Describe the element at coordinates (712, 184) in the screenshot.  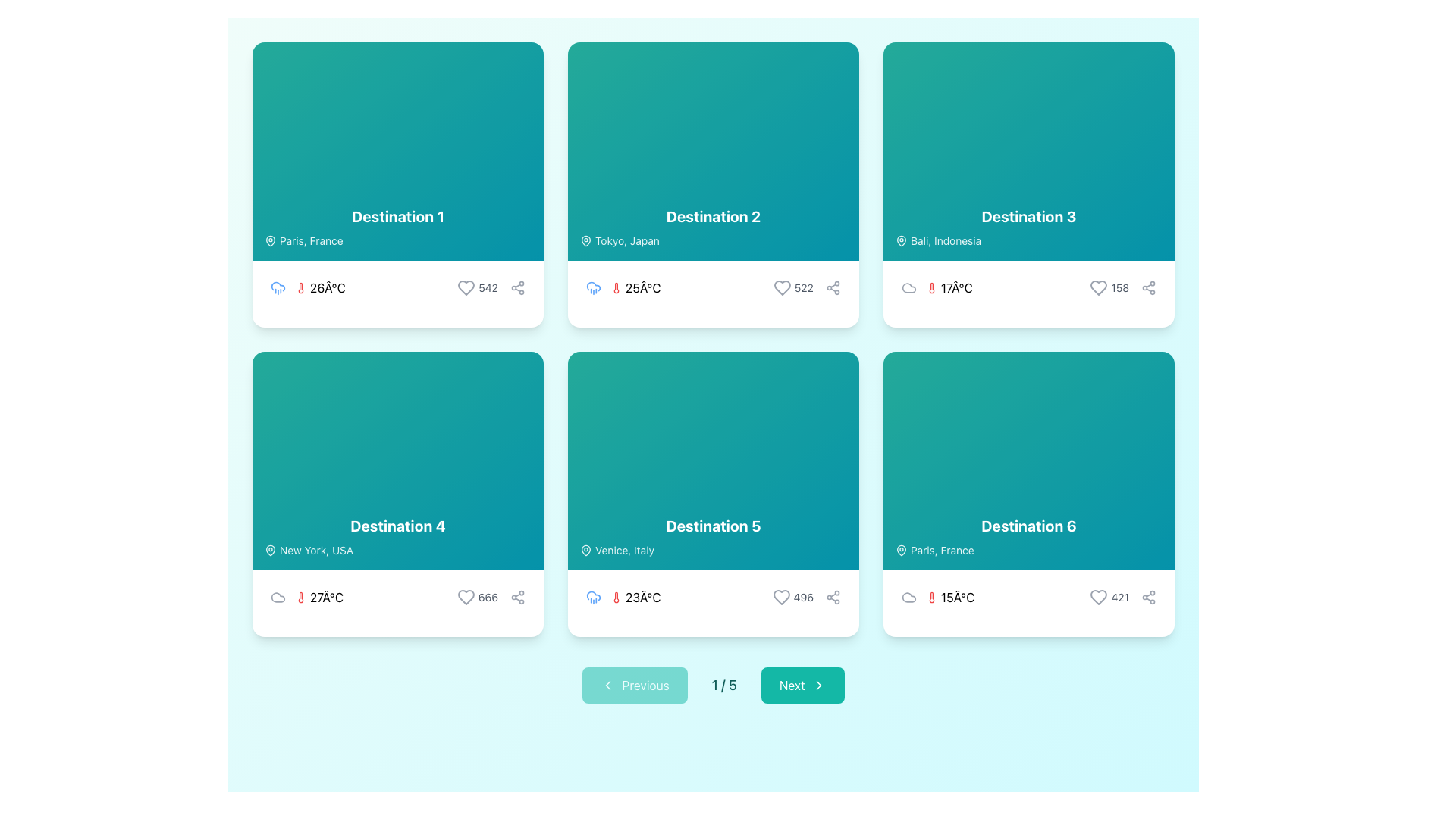
I see `the Card component showcasing information about a travel destination, located in the middle of the first row in a grid layout` at that location.